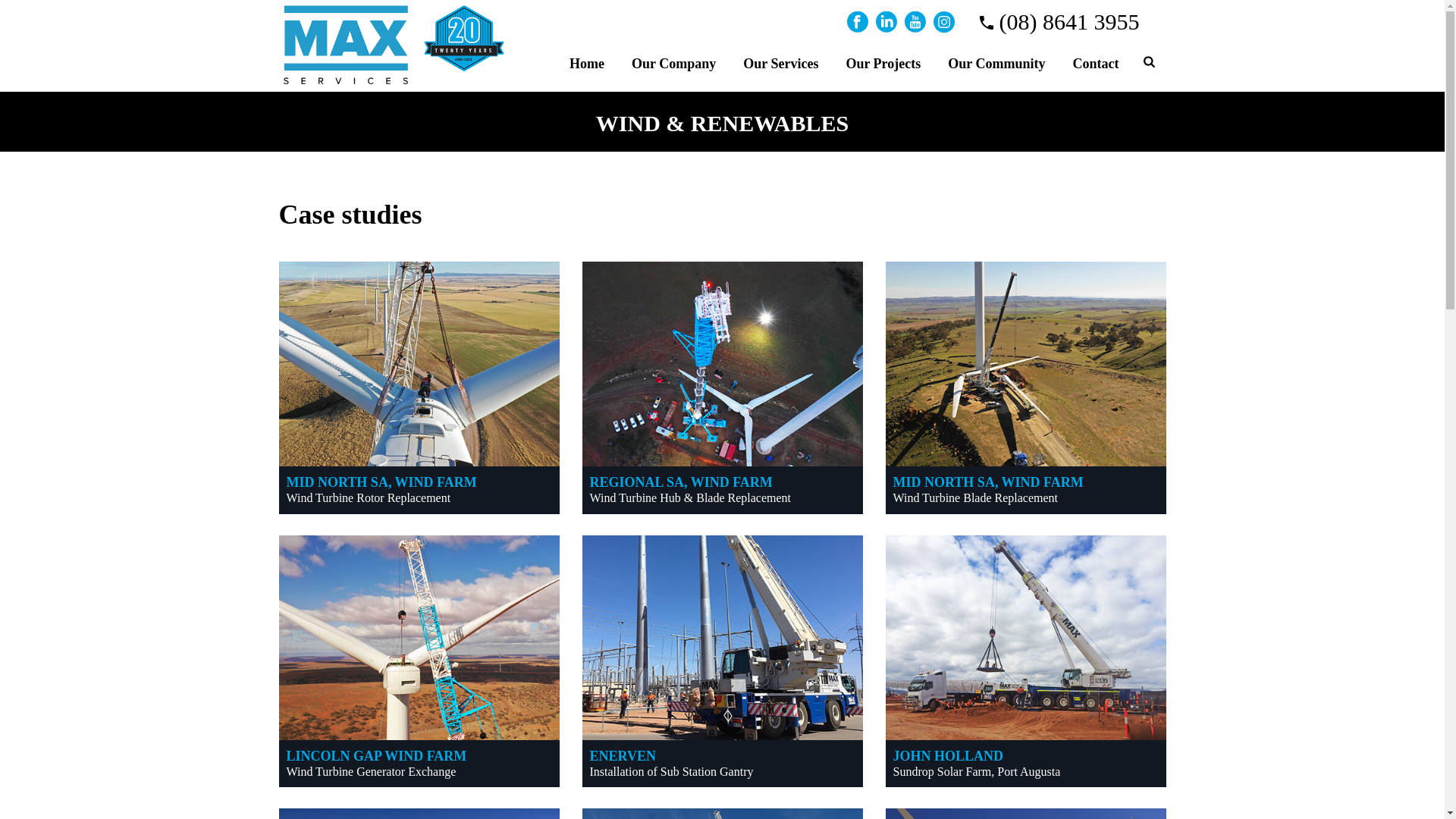 The width and height of the screenshot is (1456, 819). What do you see at coordinates (948, 755) in the screenshot?
I see `'JOHN HOLLAND'` at bounding box center [948, 755].